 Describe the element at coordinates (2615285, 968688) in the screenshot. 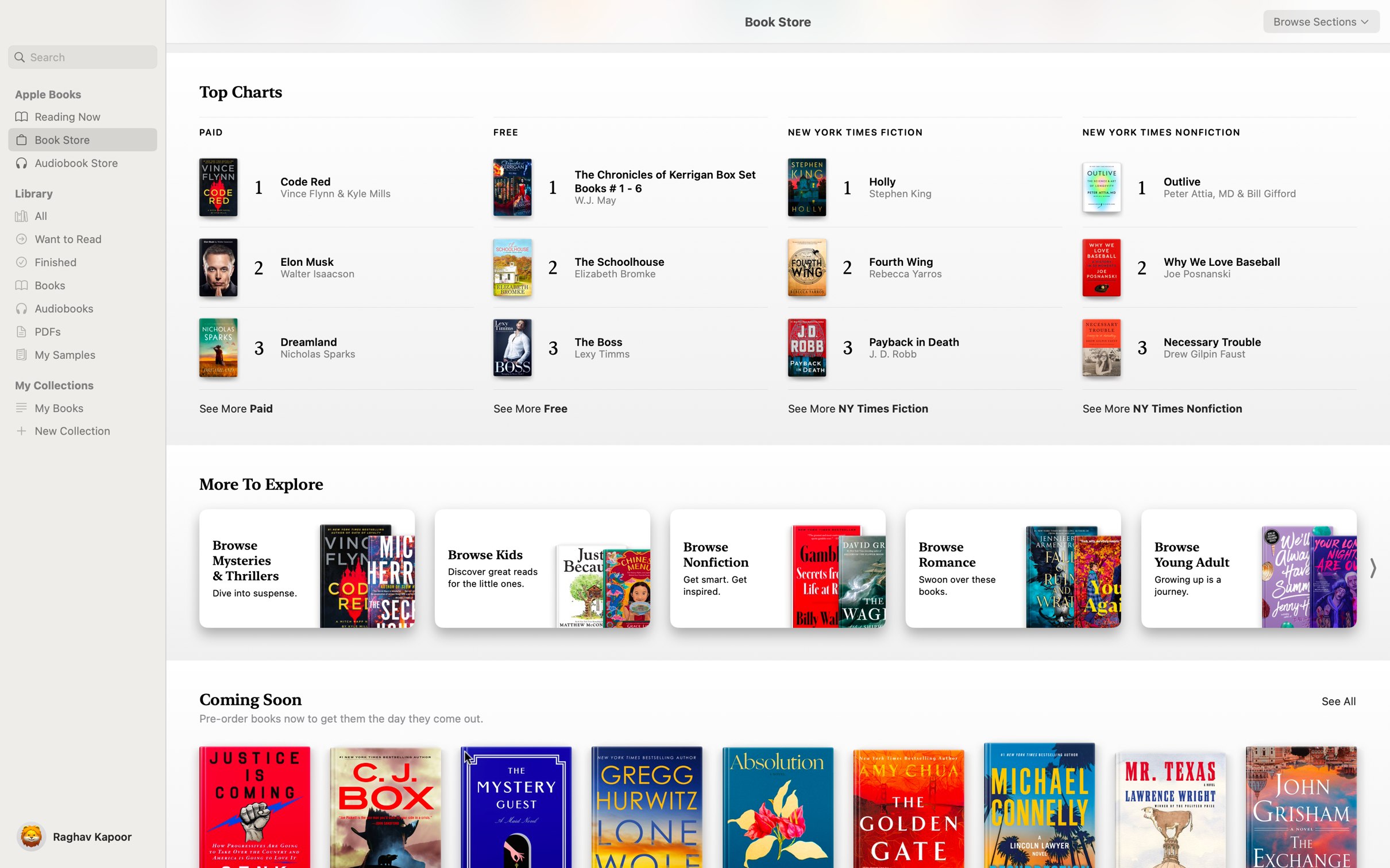

I see `Advance to check out future releases` at that location.